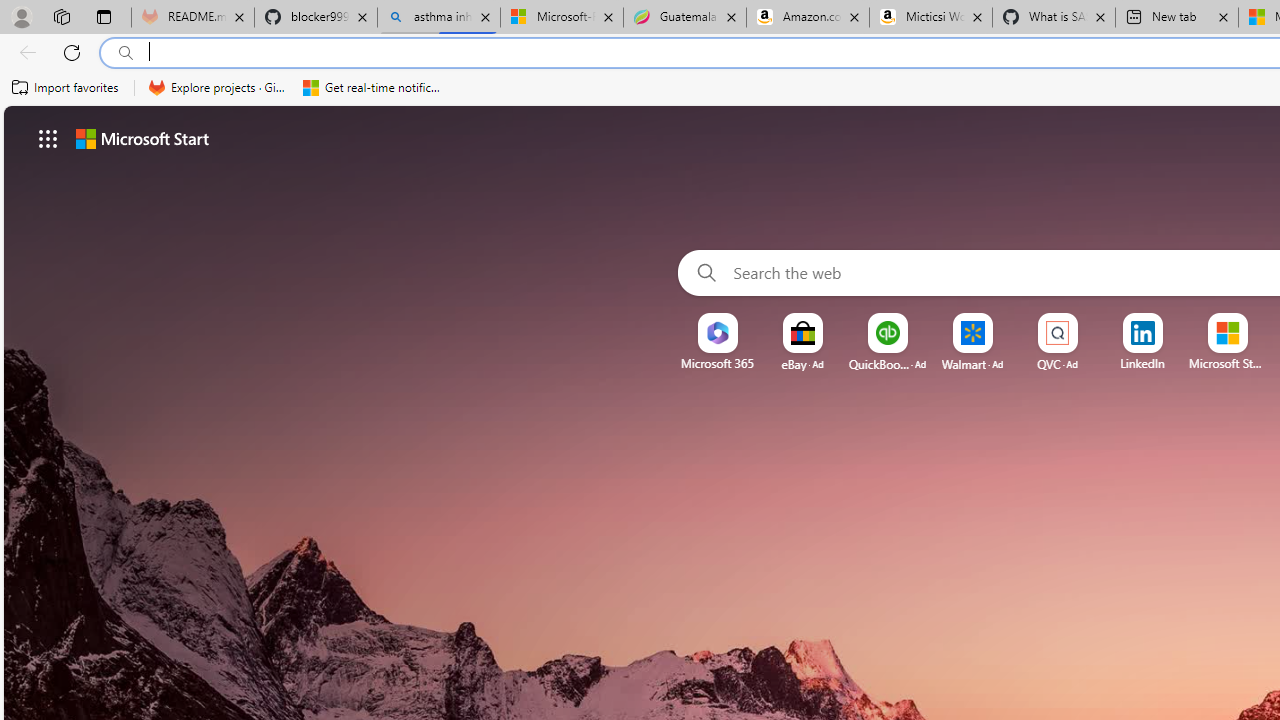 The height and width of the screenshot is (720, 1280). Describe the element at coordinates (48, 137) in the screenshot. I see `'App launcher'` at that location.